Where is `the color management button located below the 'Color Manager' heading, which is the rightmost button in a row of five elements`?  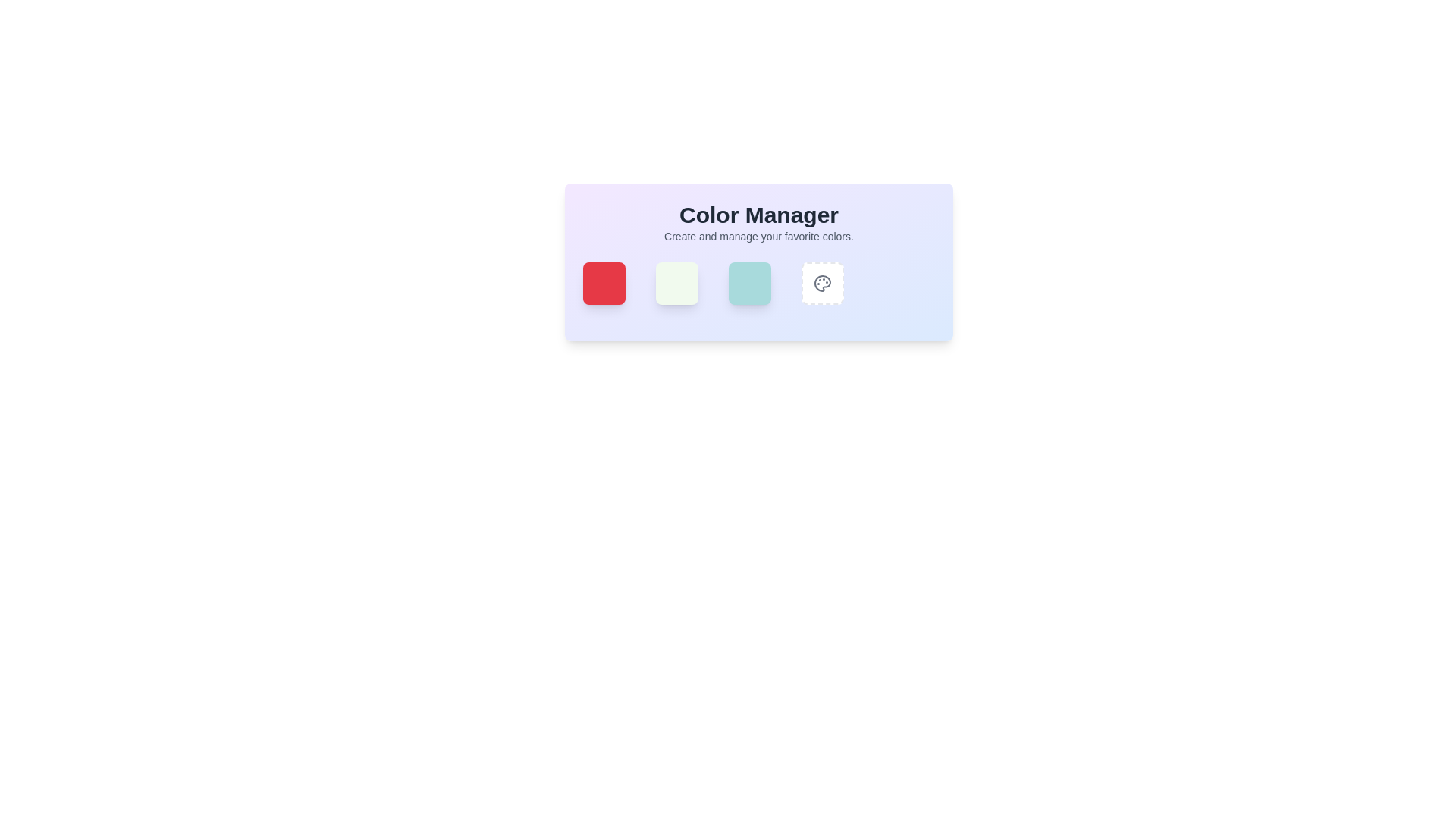 the color management button located below the 'Color Manager' heading, which is the rightmost button in a row of five elements is located at coordinates (821, 284).